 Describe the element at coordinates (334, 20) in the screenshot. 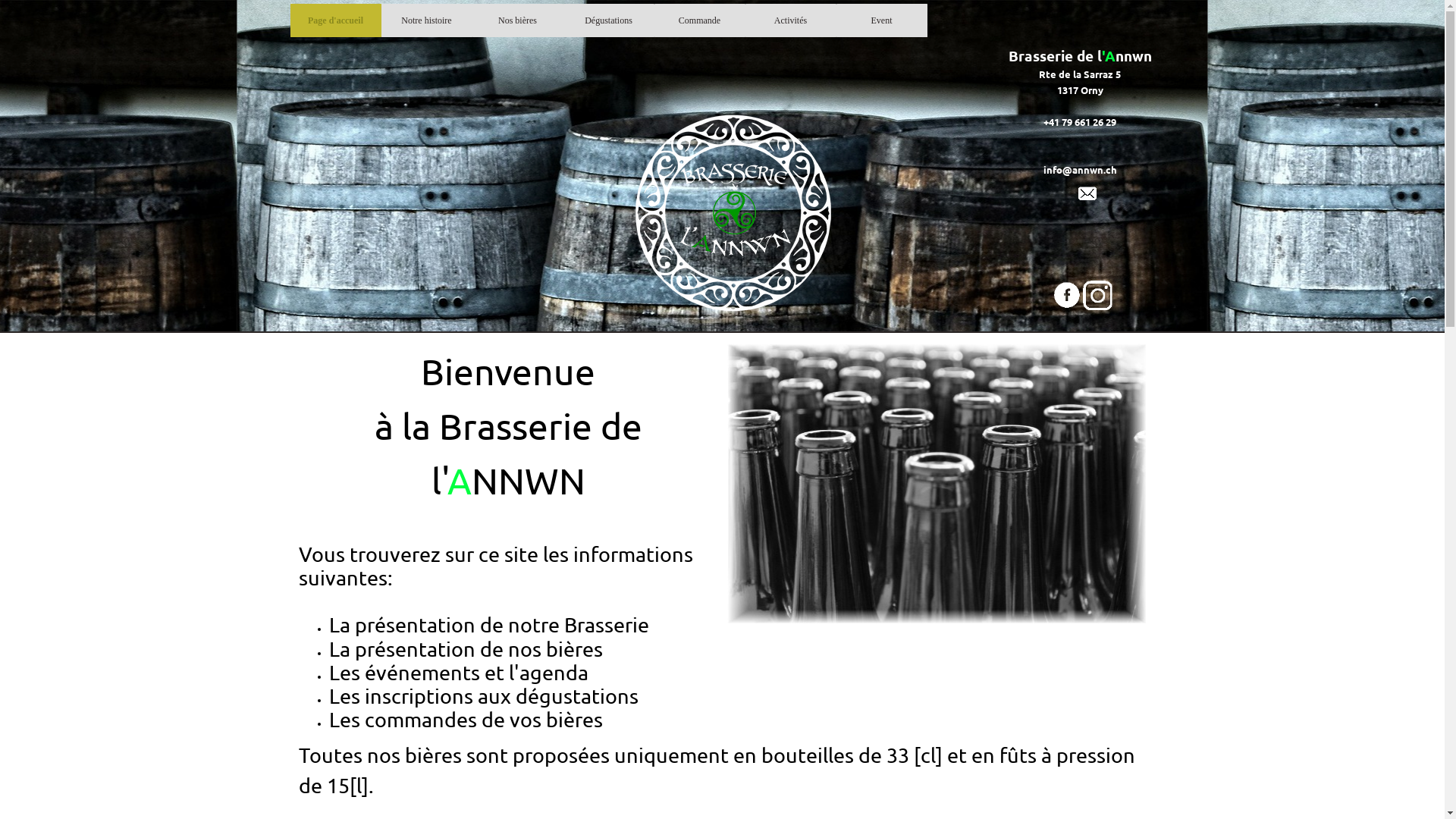

I see `'Page d'accueil'` at that location.